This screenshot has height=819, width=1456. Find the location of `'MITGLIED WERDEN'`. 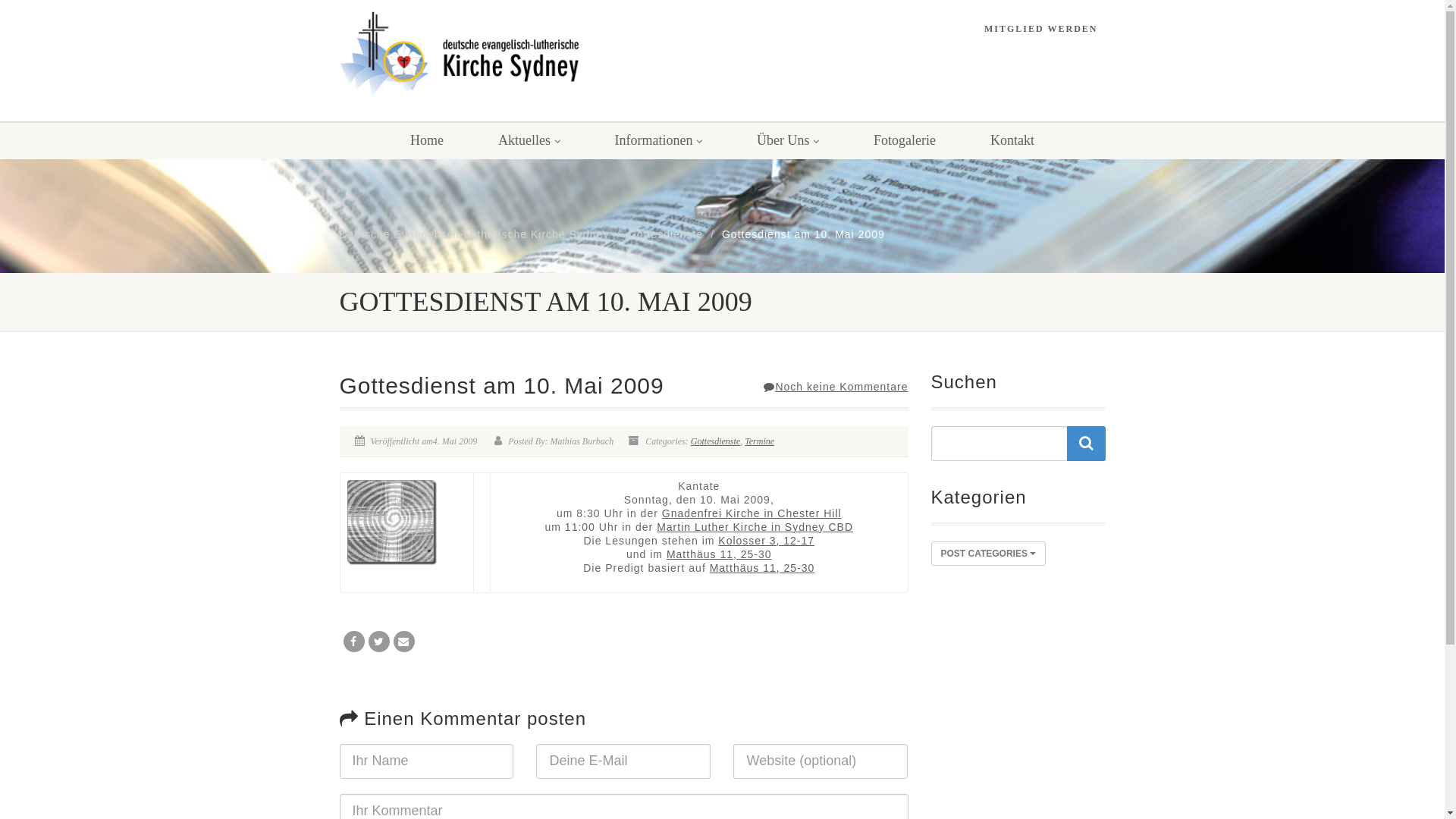

'MITGLIED WERDEN' is located at coordinates (1040, 29).